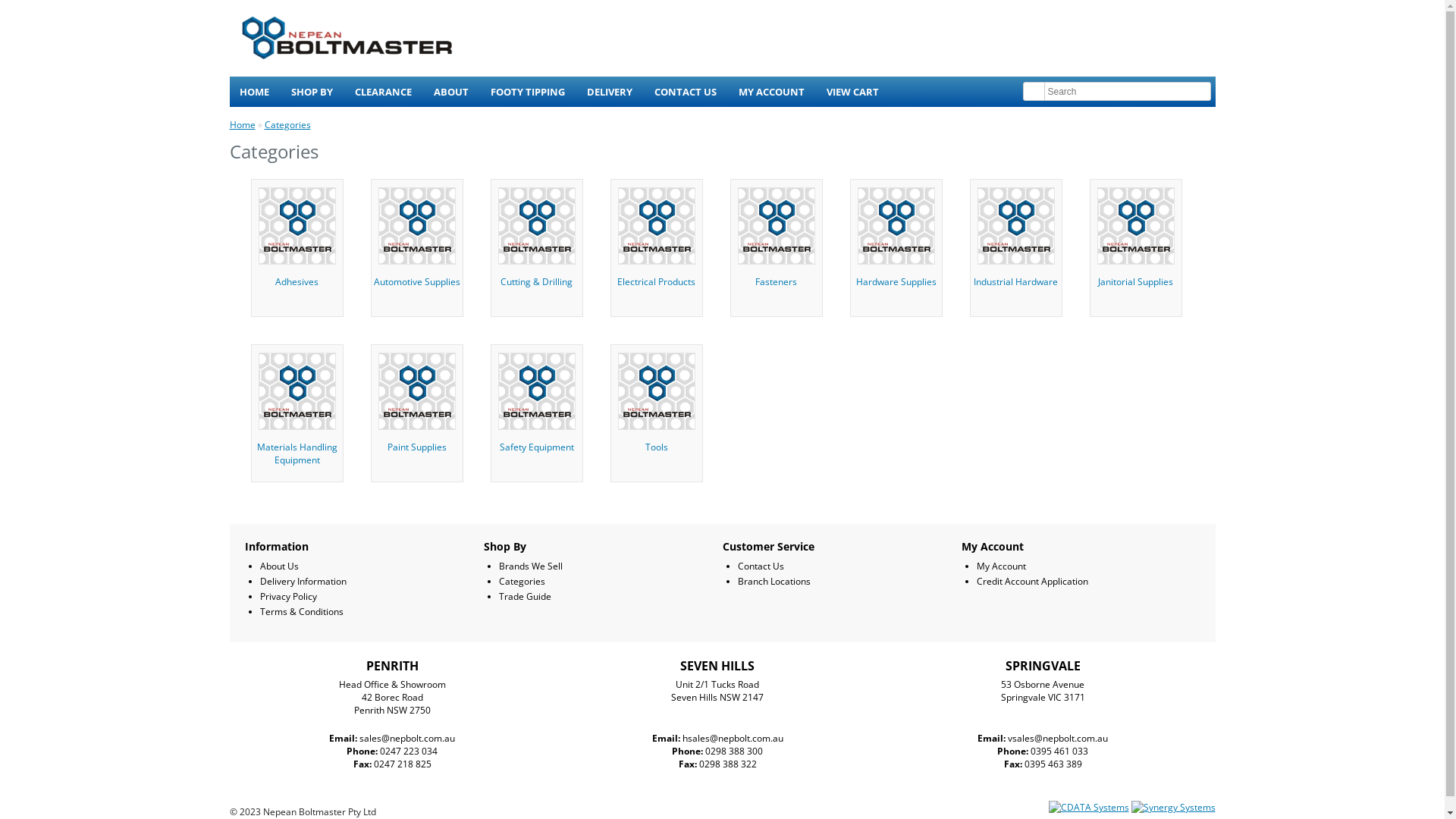 This screenshot has height=819, width=1456. Describe the element at coordinates (773, 580) in the screenshot. I see `'Branch Locations'` at that location.